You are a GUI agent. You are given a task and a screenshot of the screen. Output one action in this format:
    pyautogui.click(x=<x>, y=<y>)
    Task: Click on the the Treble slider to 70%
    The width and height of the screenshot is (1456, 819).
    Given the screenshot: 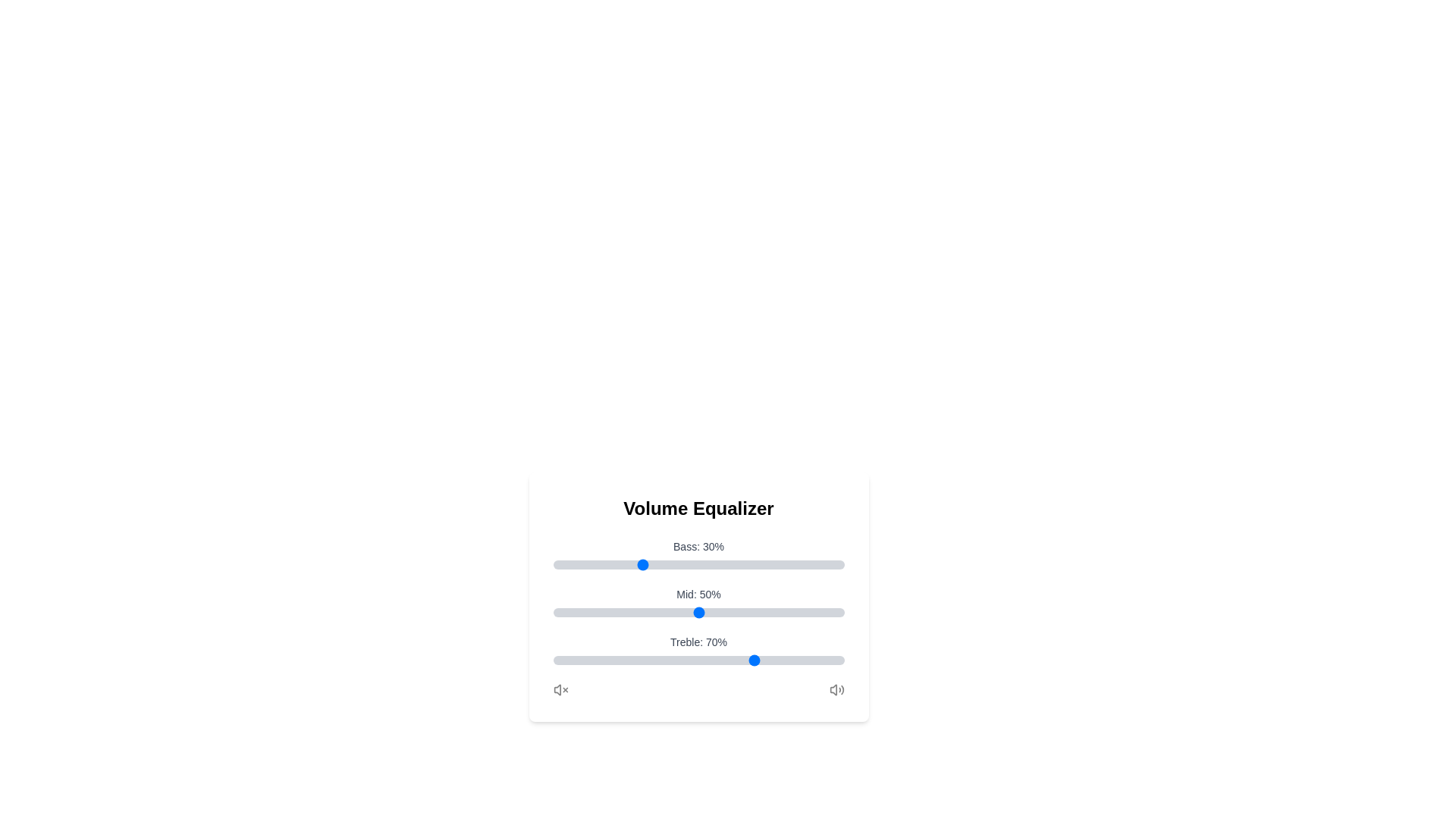 What is the action you would take?
    pyautogui.click(x=757, y=660)
    